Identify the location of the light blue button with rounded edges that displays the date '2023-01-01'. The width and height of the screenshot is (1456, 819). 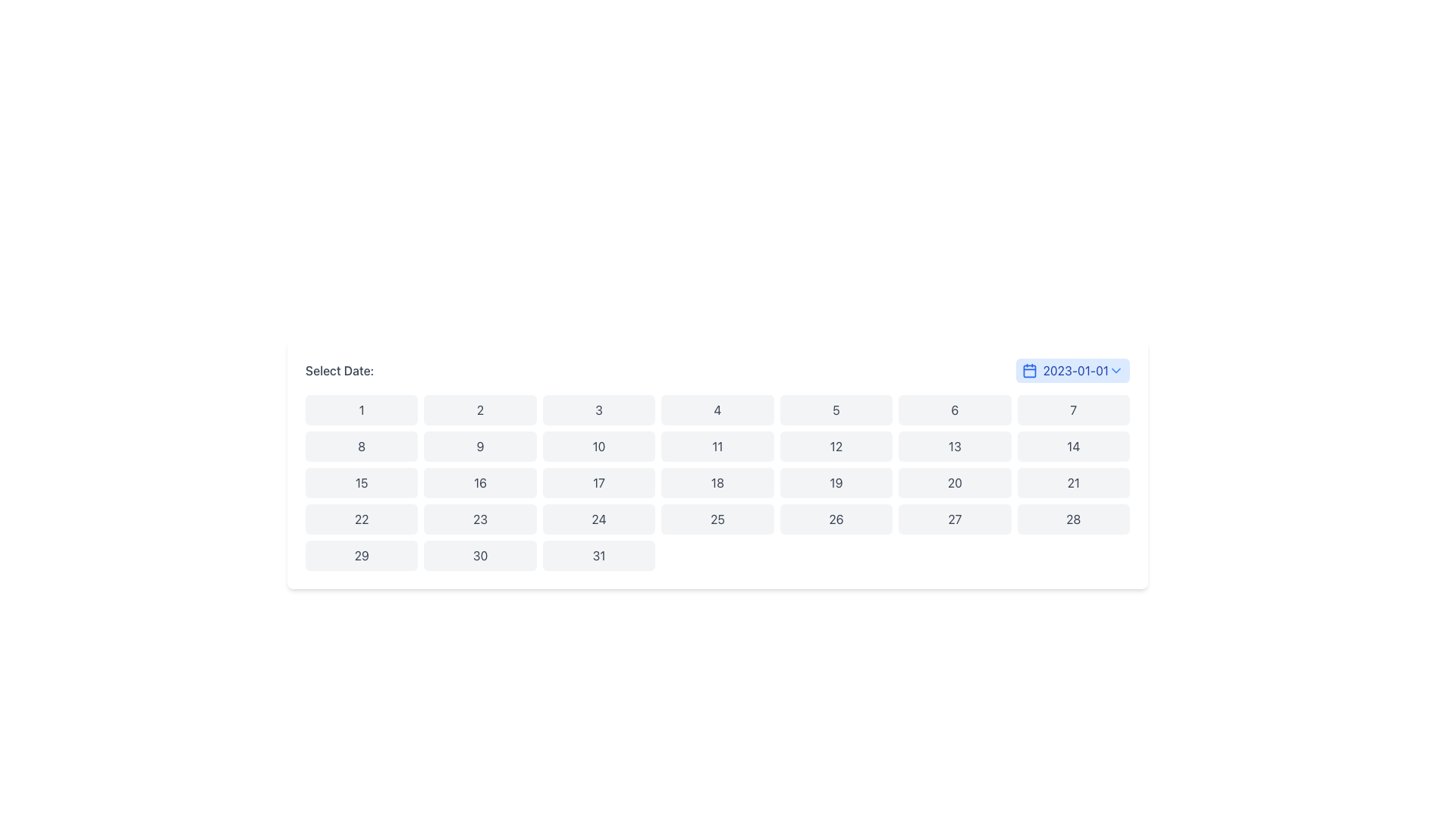
(1072, 371).